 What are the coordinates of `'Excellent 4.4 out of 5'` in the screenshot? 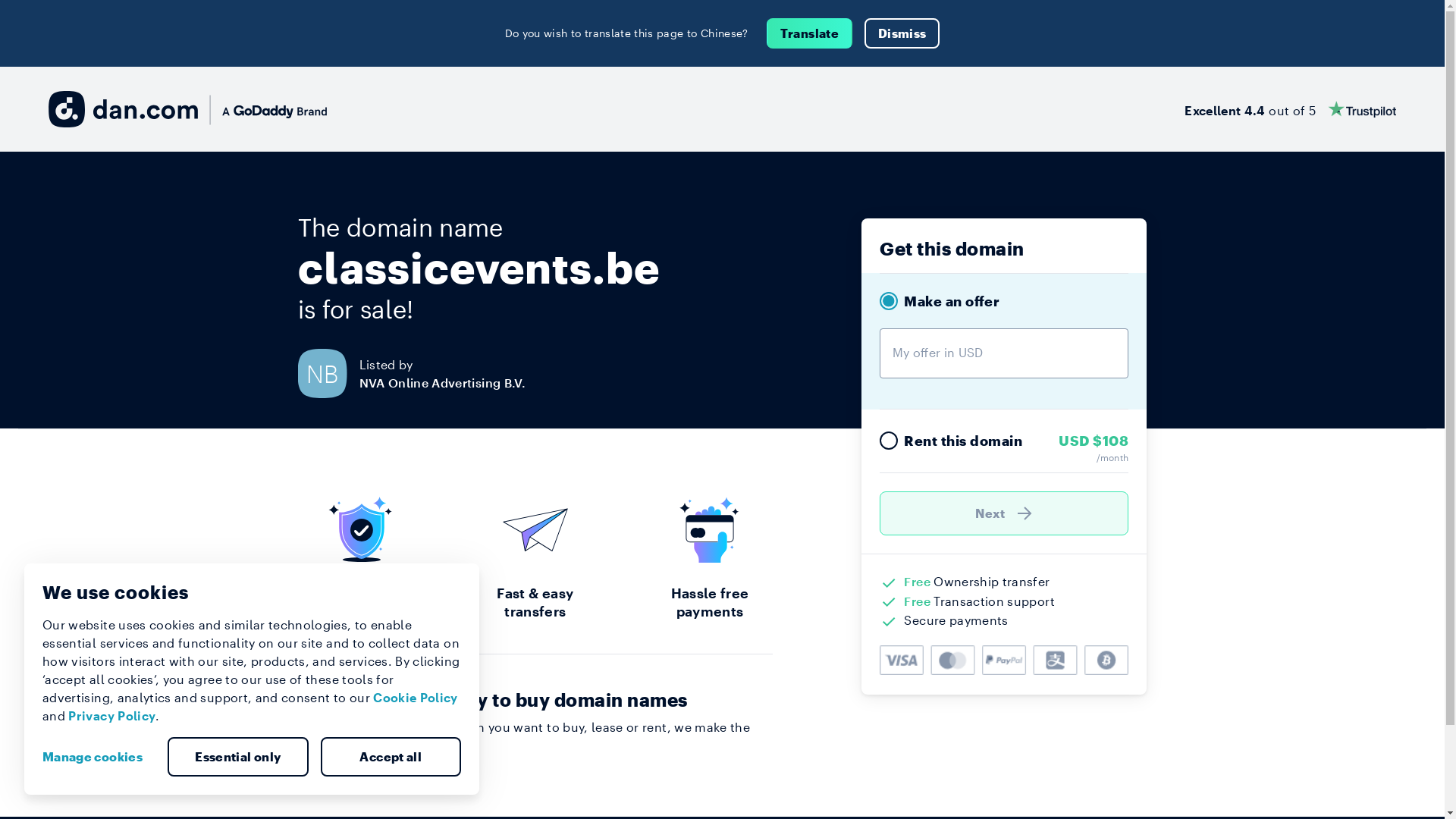 It's located at (1183, 108).